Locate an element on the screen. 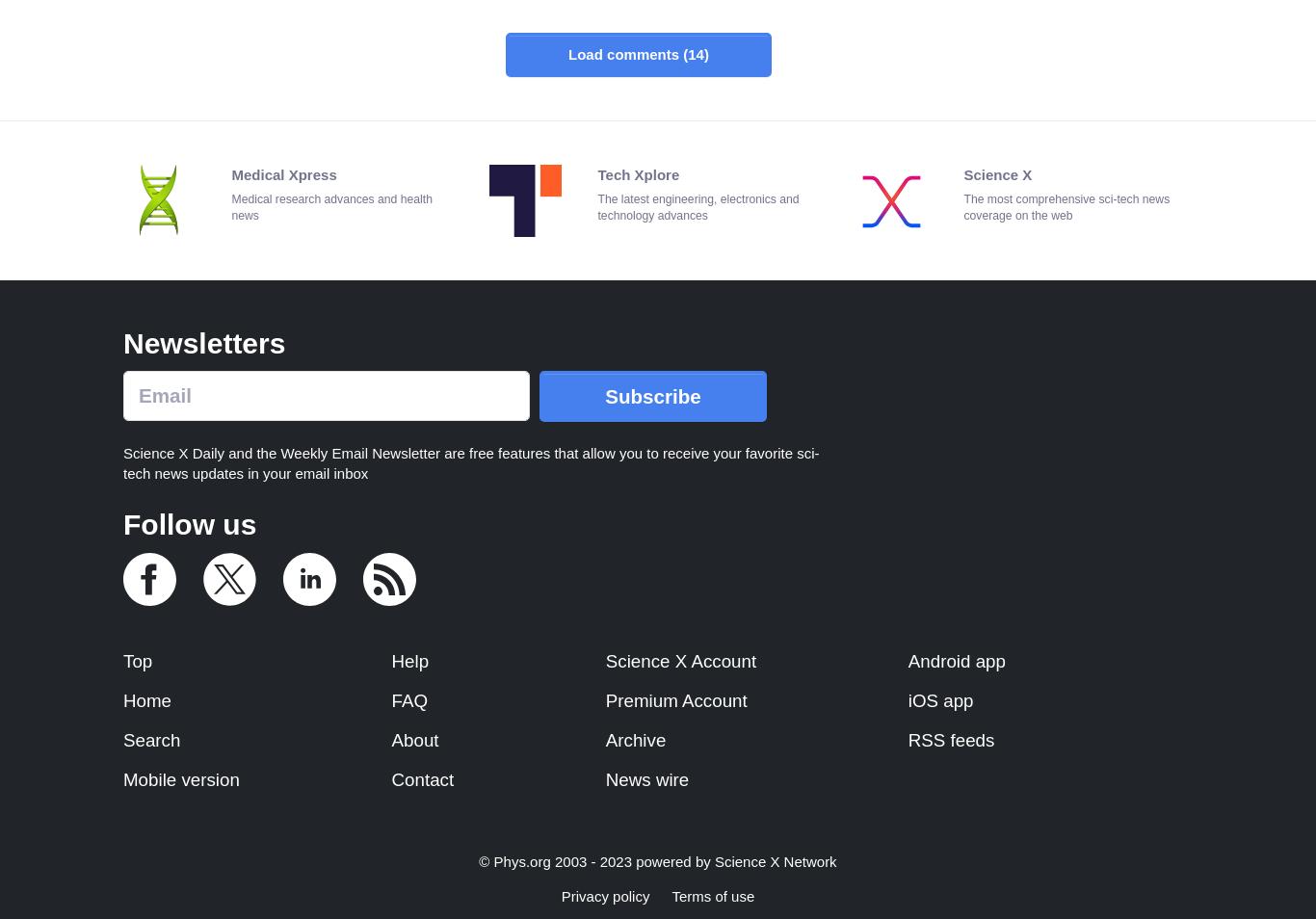 The image size is (1316, 919). 'Load comments (14)' is located at coordinates (637, 53).